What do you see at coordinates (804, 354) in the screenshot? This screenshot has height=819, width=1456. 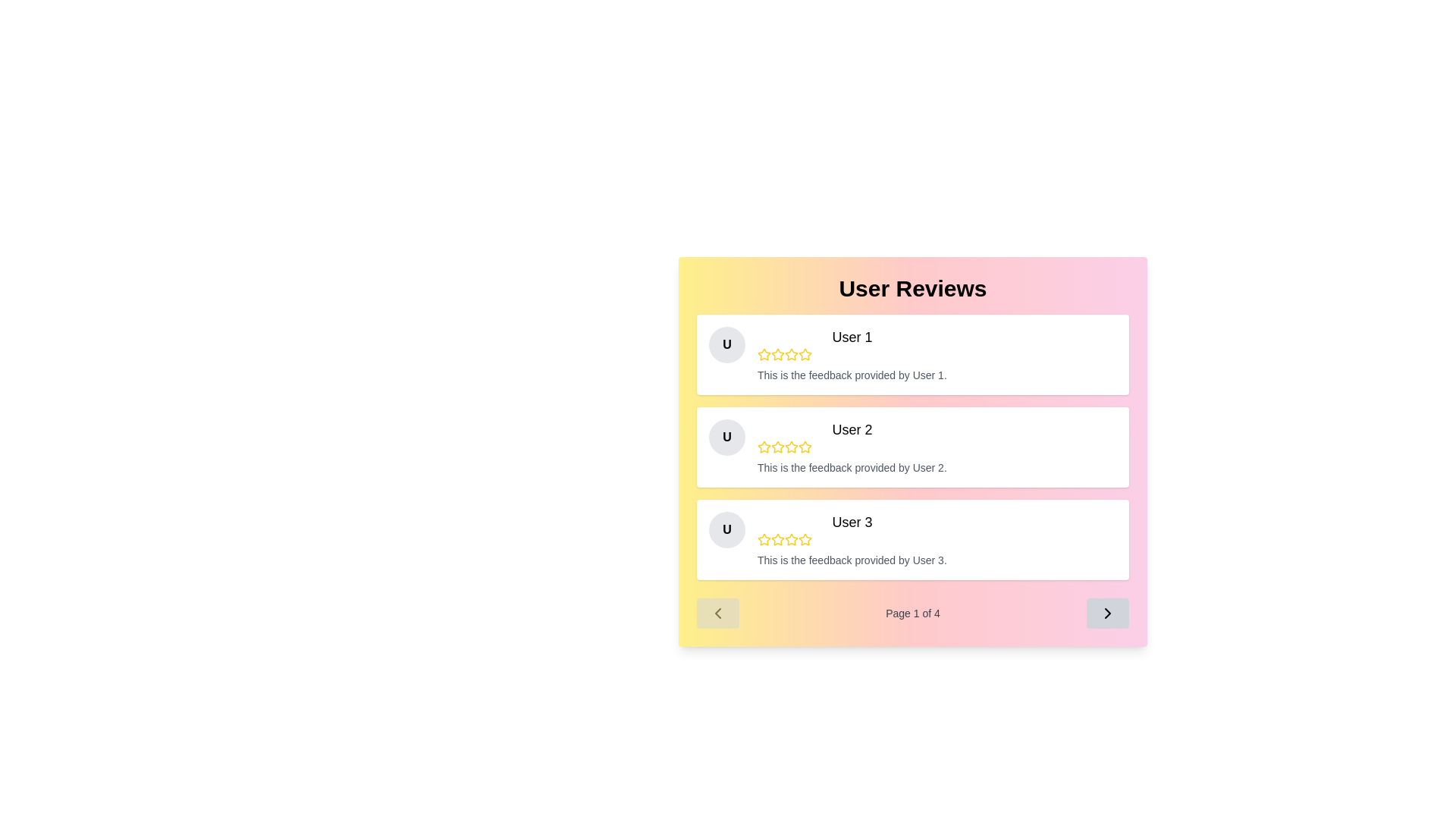 I see `the sixth yellow star icon with a hollow center` at bounding box center [804, 354].